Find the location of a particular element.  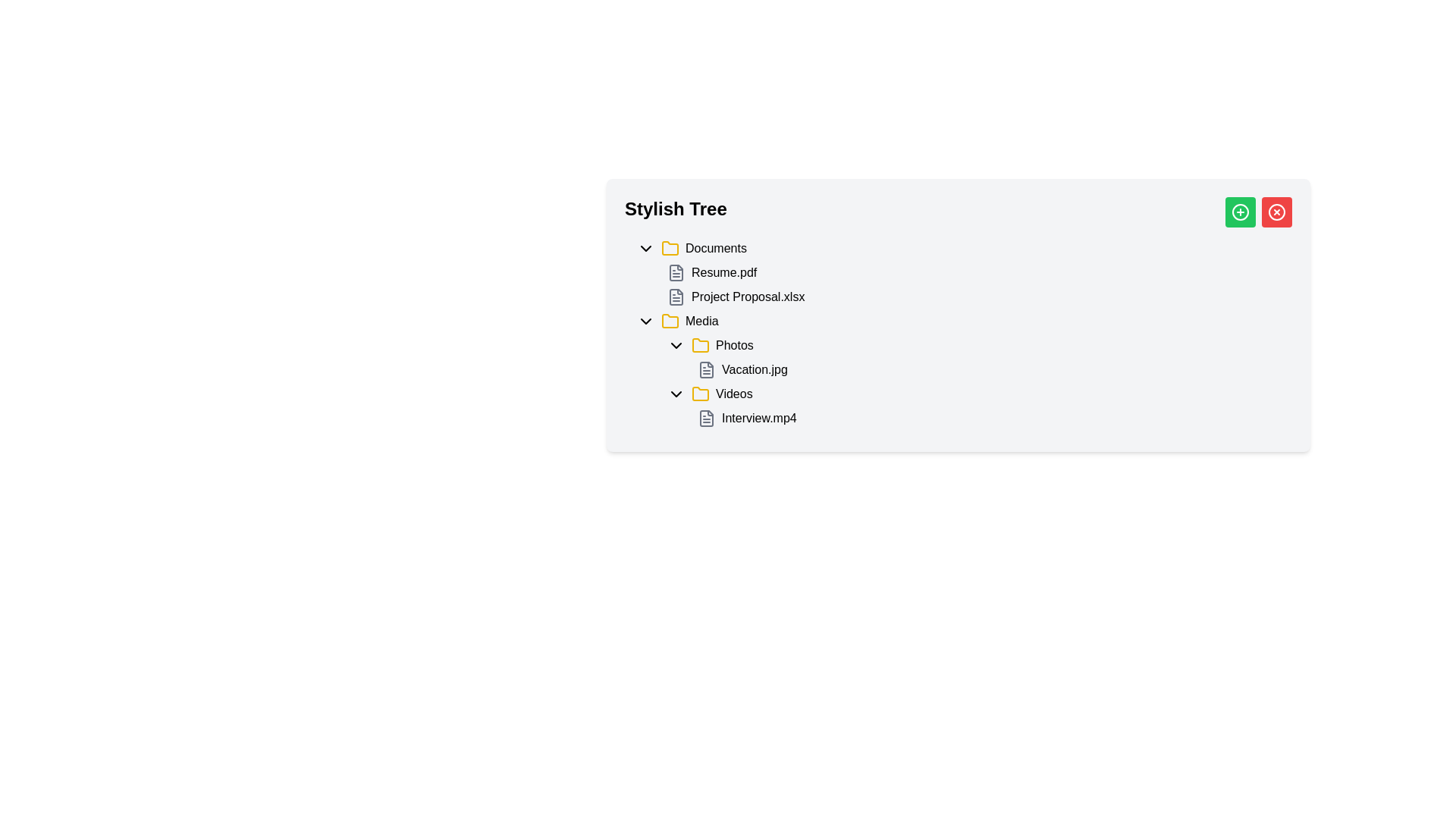

the 'Photos' folder icon in the file browsing interface, which is located under the expanded 'Media' folder section and precedes the 'Vacation.jpg' item is located at coordinates (700, 345).